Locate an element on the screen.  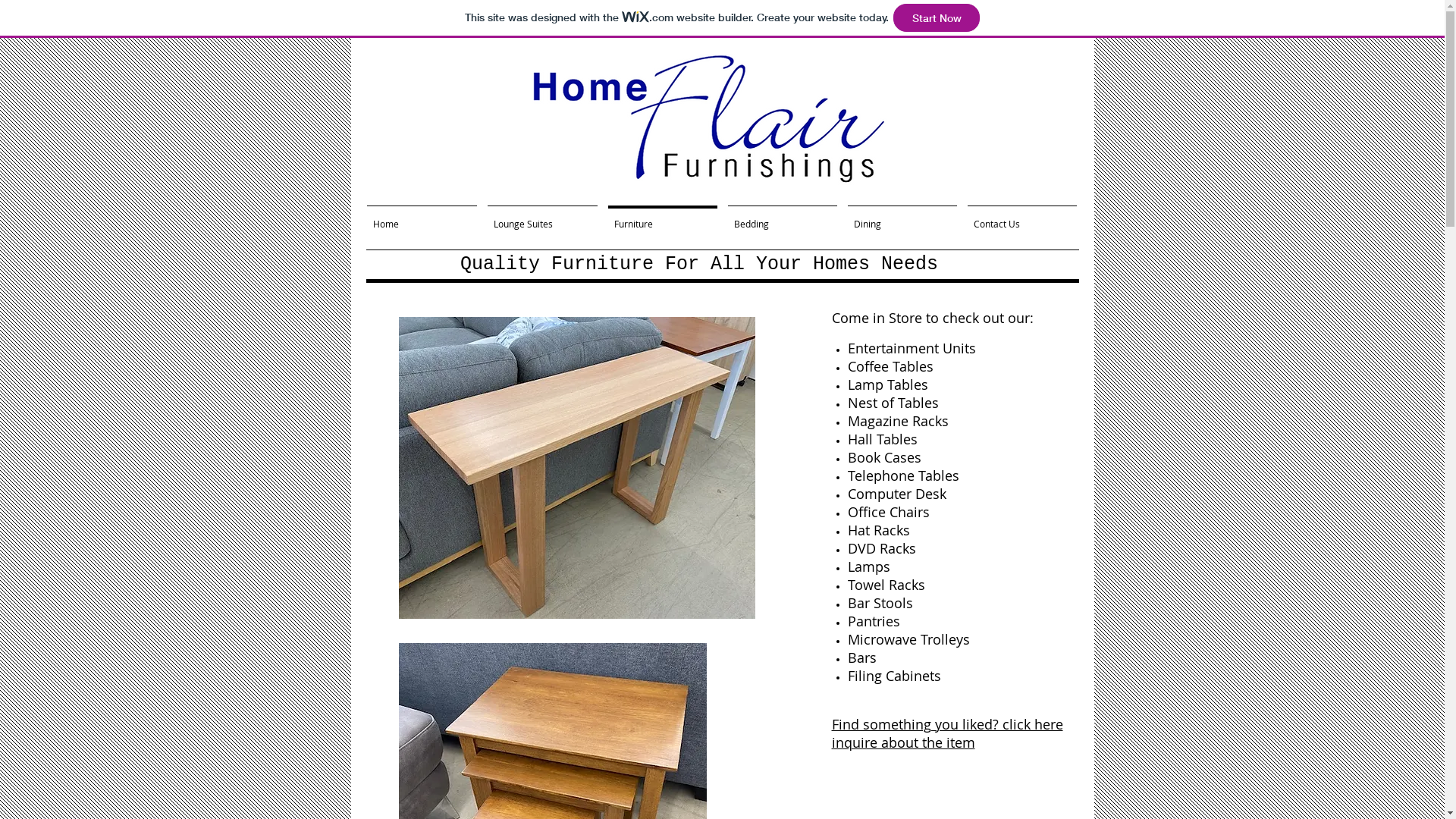
'Lounge Suites' is located at coordinates (542, 216).